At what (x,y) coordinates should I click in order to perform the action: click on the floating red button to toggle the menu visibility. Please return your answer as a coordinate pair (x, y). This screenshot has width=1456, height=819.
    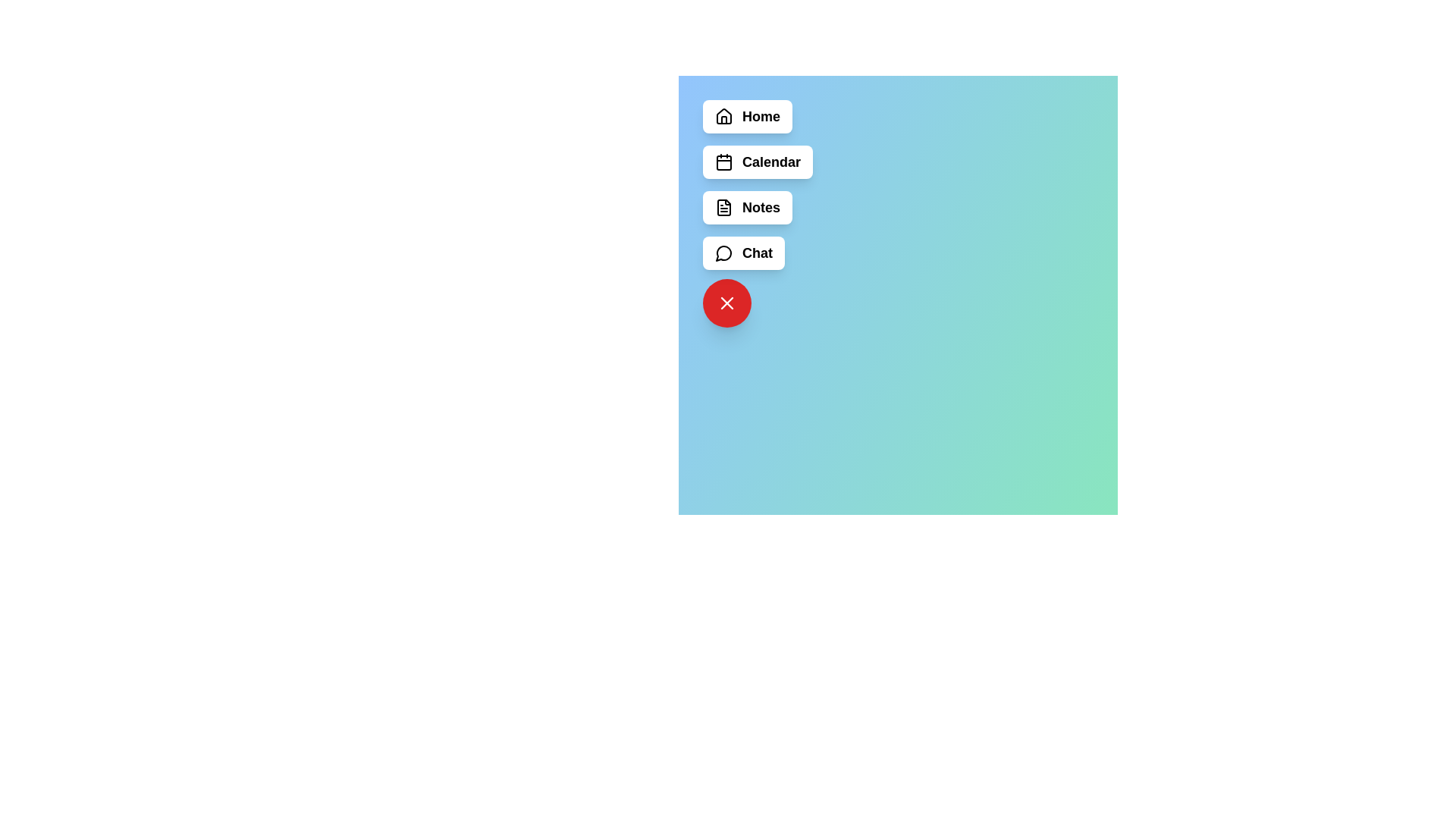
    Looking at the image, I should click on (726, 303).